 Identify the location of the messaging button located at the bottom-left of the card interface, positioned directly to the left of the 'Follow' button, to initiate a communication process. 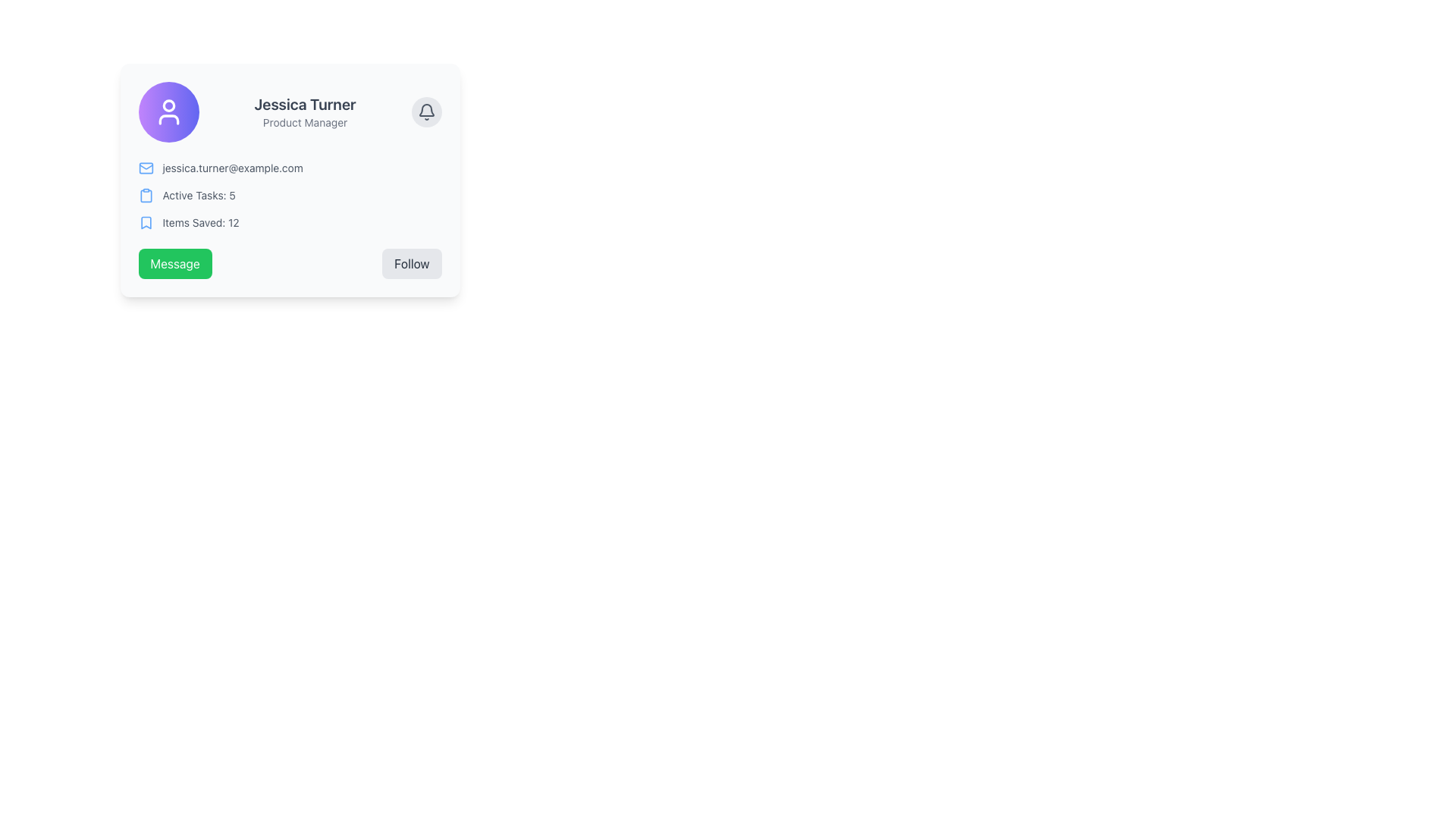
(175, 262).